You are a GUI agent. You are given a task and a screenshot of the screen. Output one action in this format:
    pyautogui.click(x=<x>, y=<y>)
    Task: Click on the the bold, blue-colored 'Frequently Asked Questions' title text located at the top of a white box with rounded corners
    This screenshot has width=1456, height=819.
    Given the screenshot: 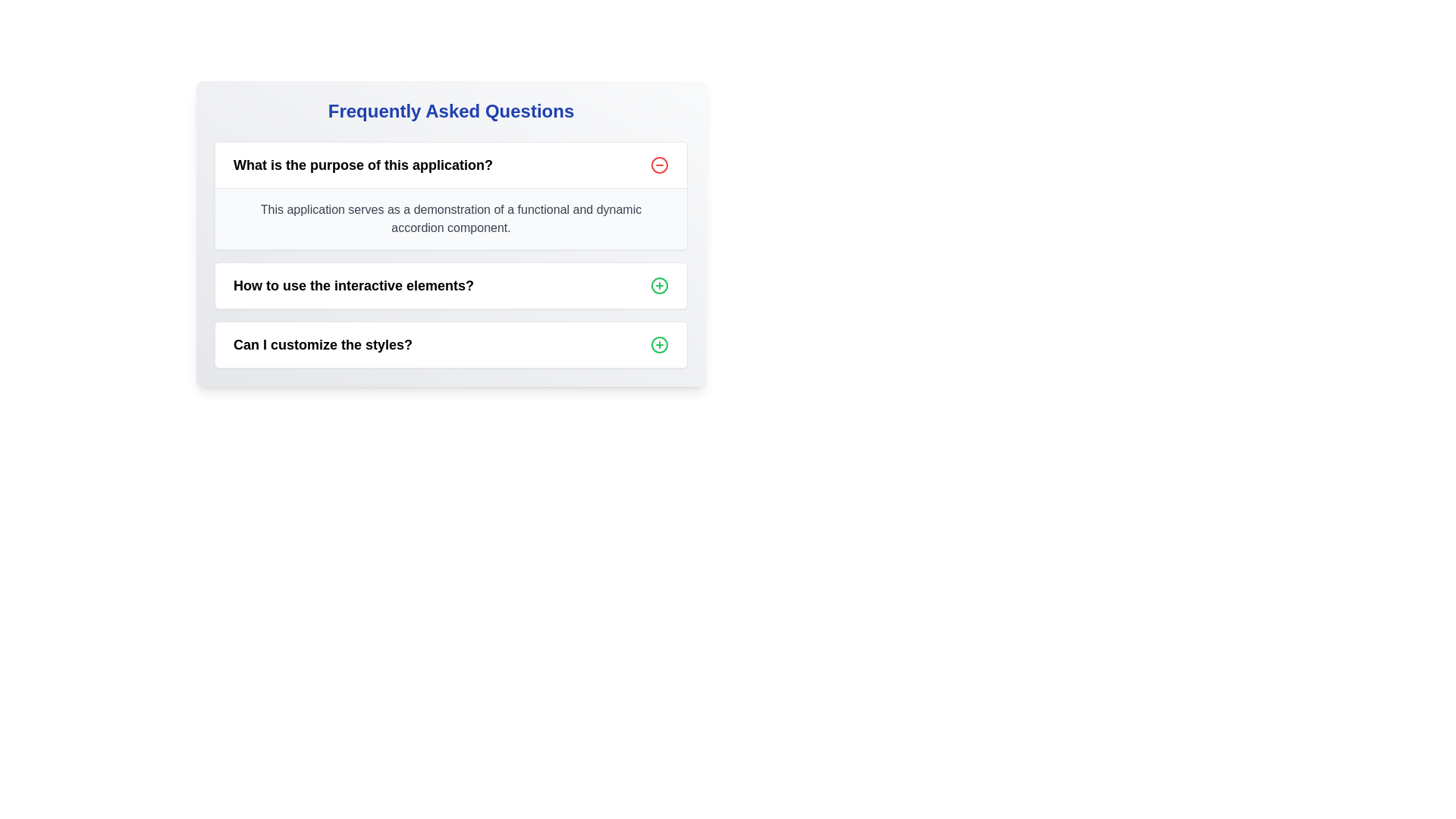 What is the action you would take?
    pyautogui.click(x=450, y=110)
    